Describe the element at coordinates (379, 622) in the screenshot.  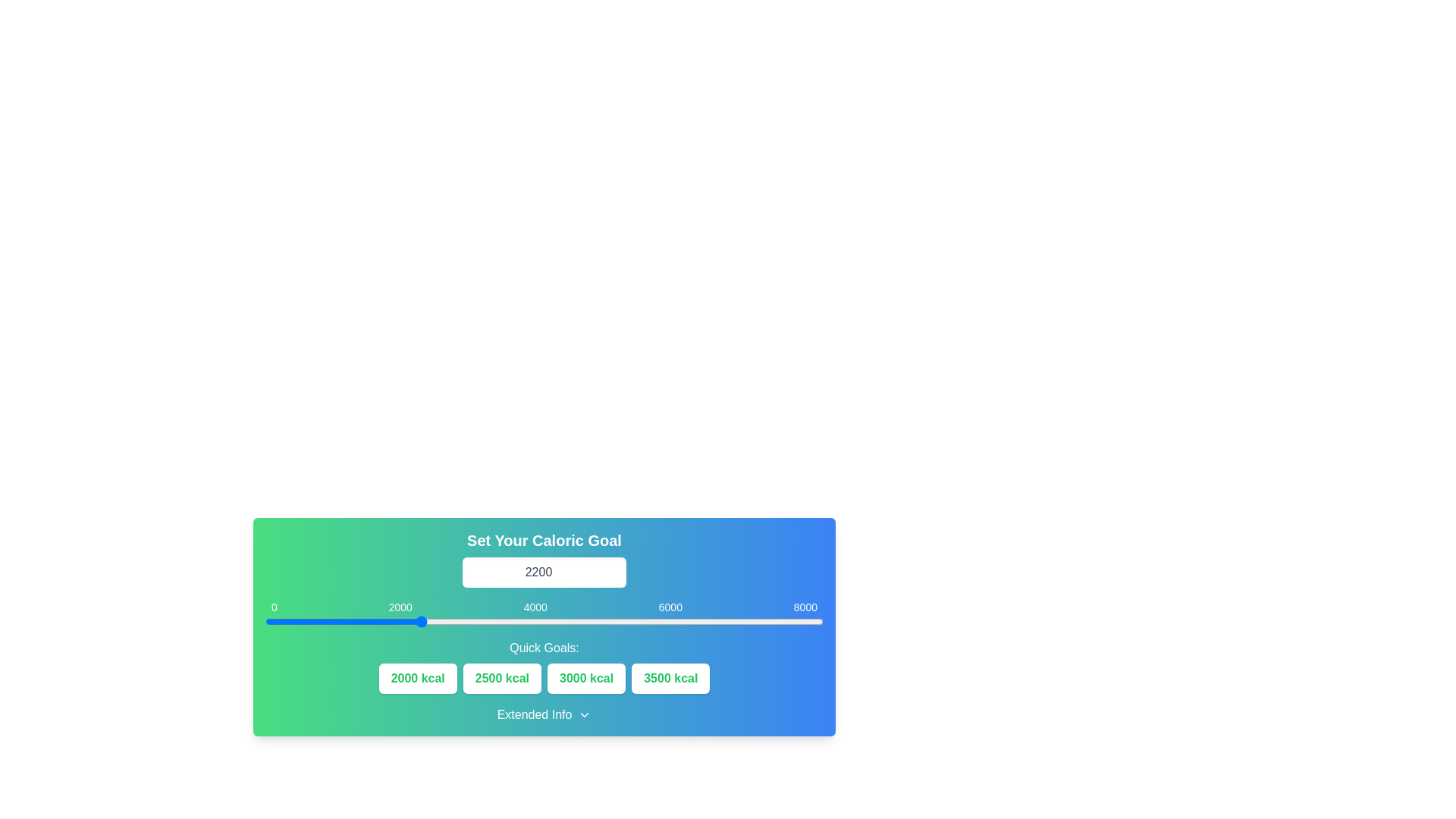
I see `caloric goal` at that location.